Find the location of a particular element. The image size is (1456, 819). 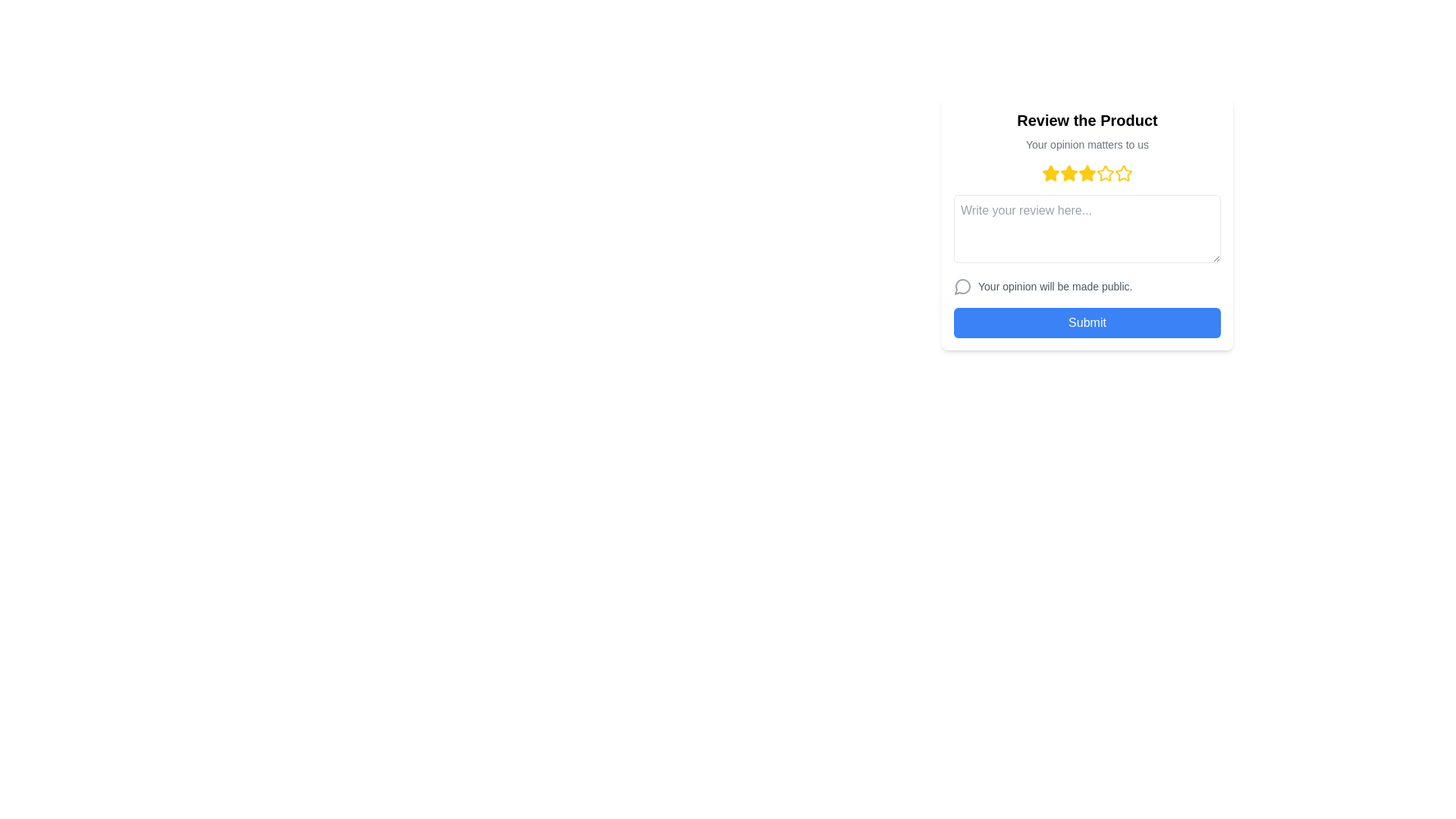

the Text Label displaying 'Your opinion will be made public.' located below the feedback textbox in the user feedback form is located at coordinates (1054, 287).